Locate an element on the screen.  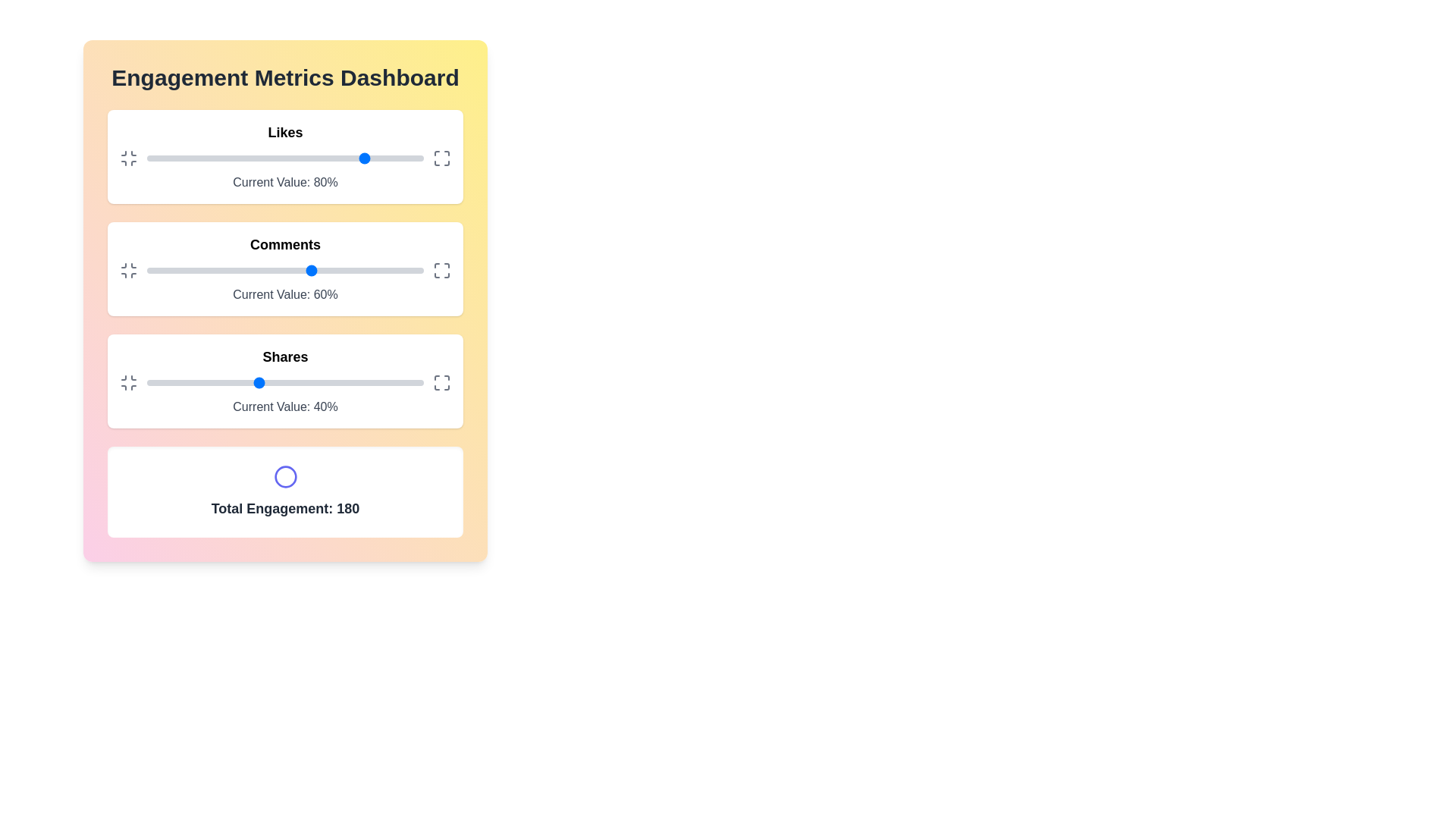
the maximize icon button located in the top right corner of the 'Likes' box is located at coordinates (441, 158).